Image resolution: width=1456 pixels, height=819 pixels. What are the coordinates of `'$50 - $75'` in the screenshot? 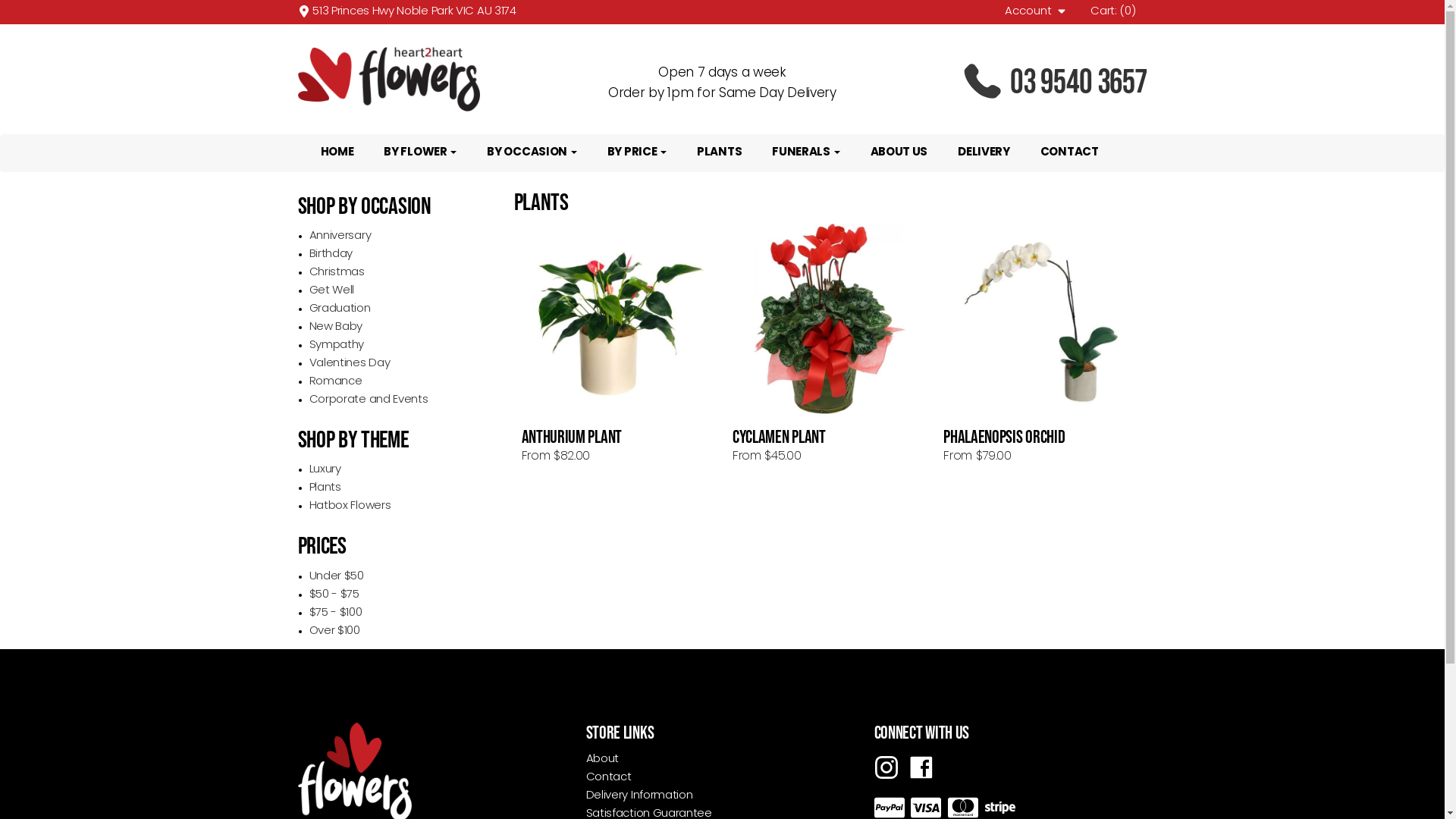 It's located at (334, 594).